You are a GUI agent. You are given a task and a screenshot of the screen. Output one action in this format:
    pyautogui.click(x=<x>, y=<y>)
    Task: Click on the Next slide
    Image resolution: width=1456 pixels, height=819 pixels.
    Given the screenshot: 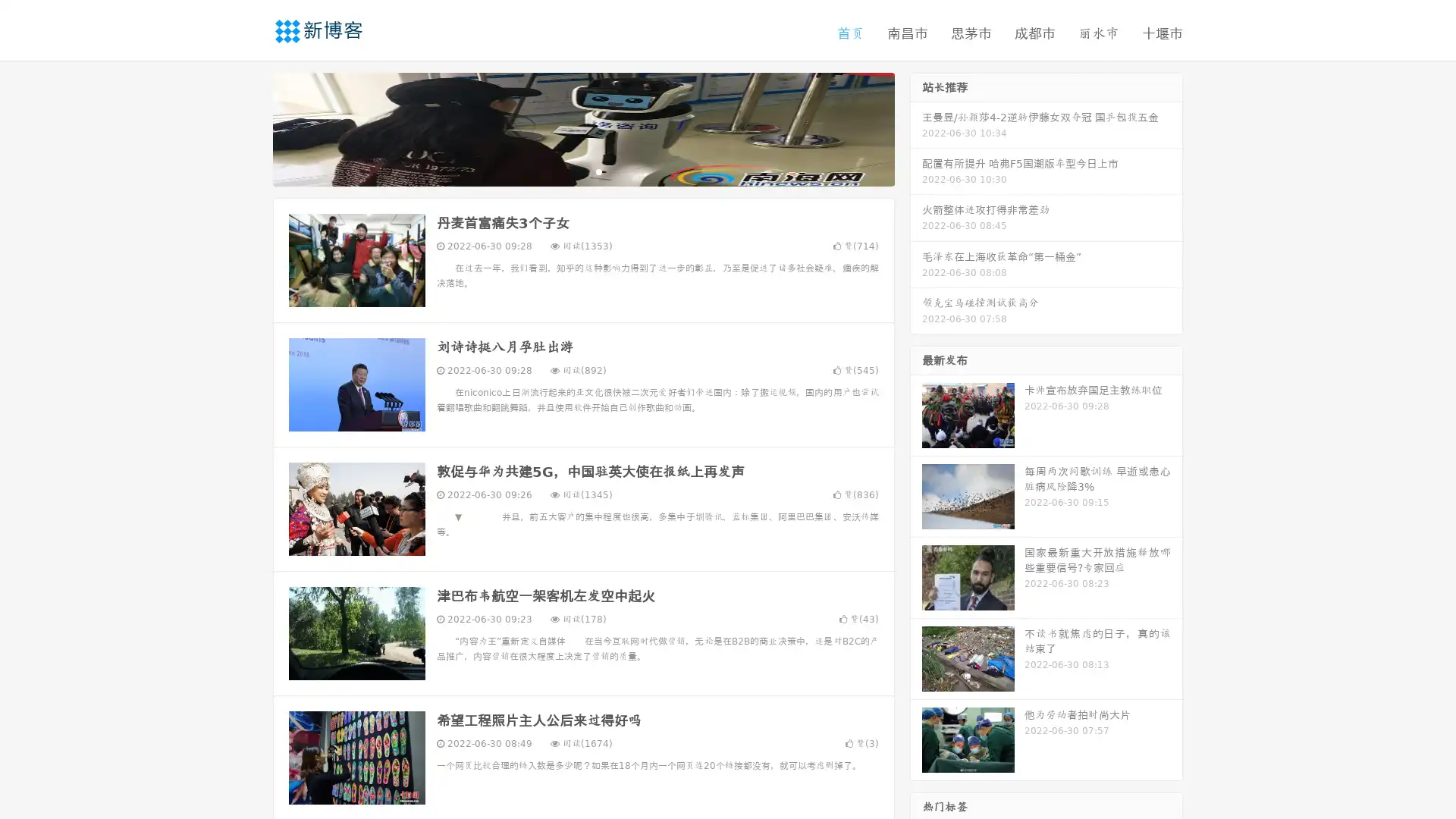 What is the action you would take?
    pyautogui.click(x=916, y=127)
    